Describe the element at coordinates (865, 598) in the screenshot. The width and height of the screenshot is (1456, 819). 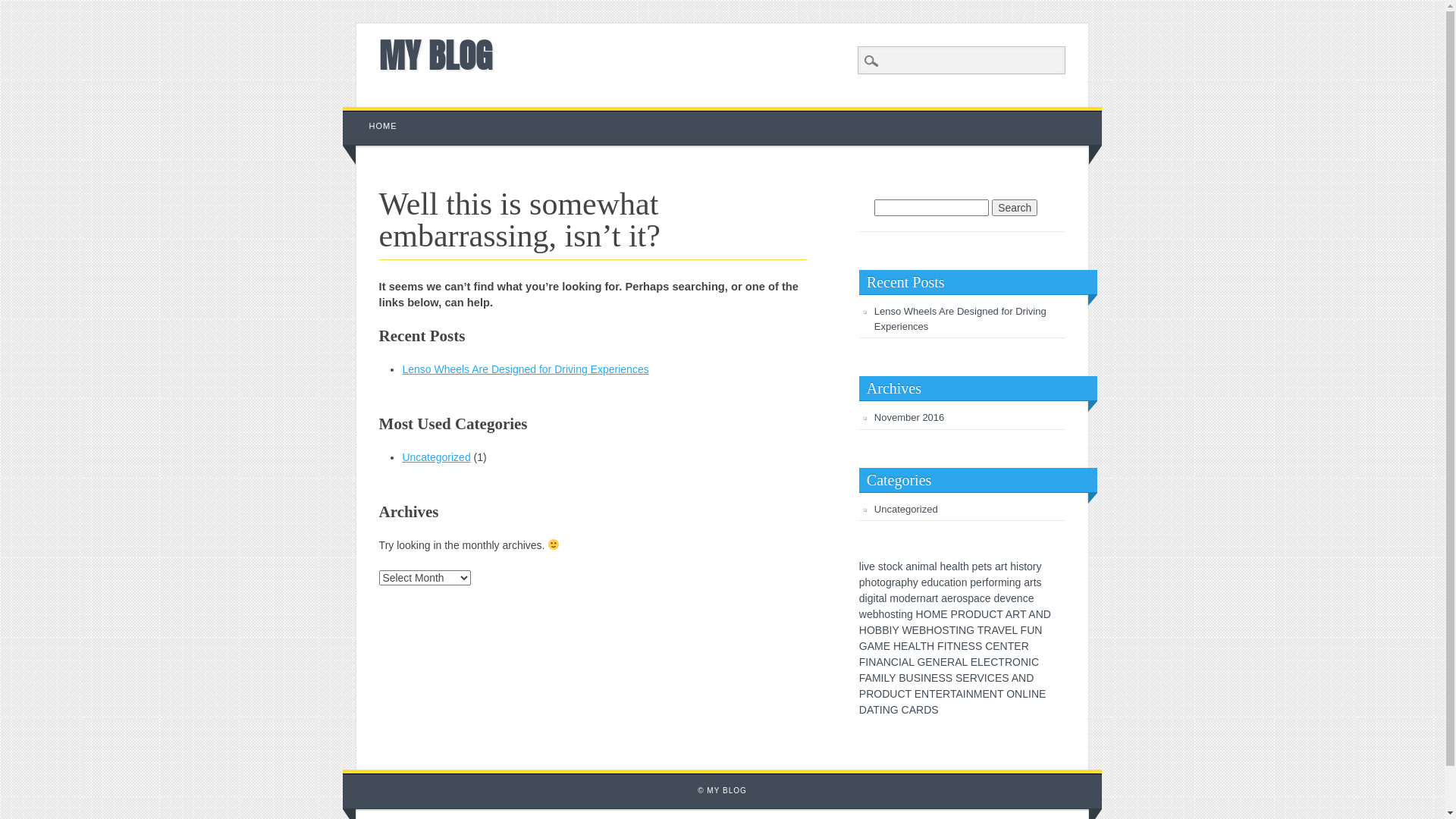
I see `'i'` at that location.